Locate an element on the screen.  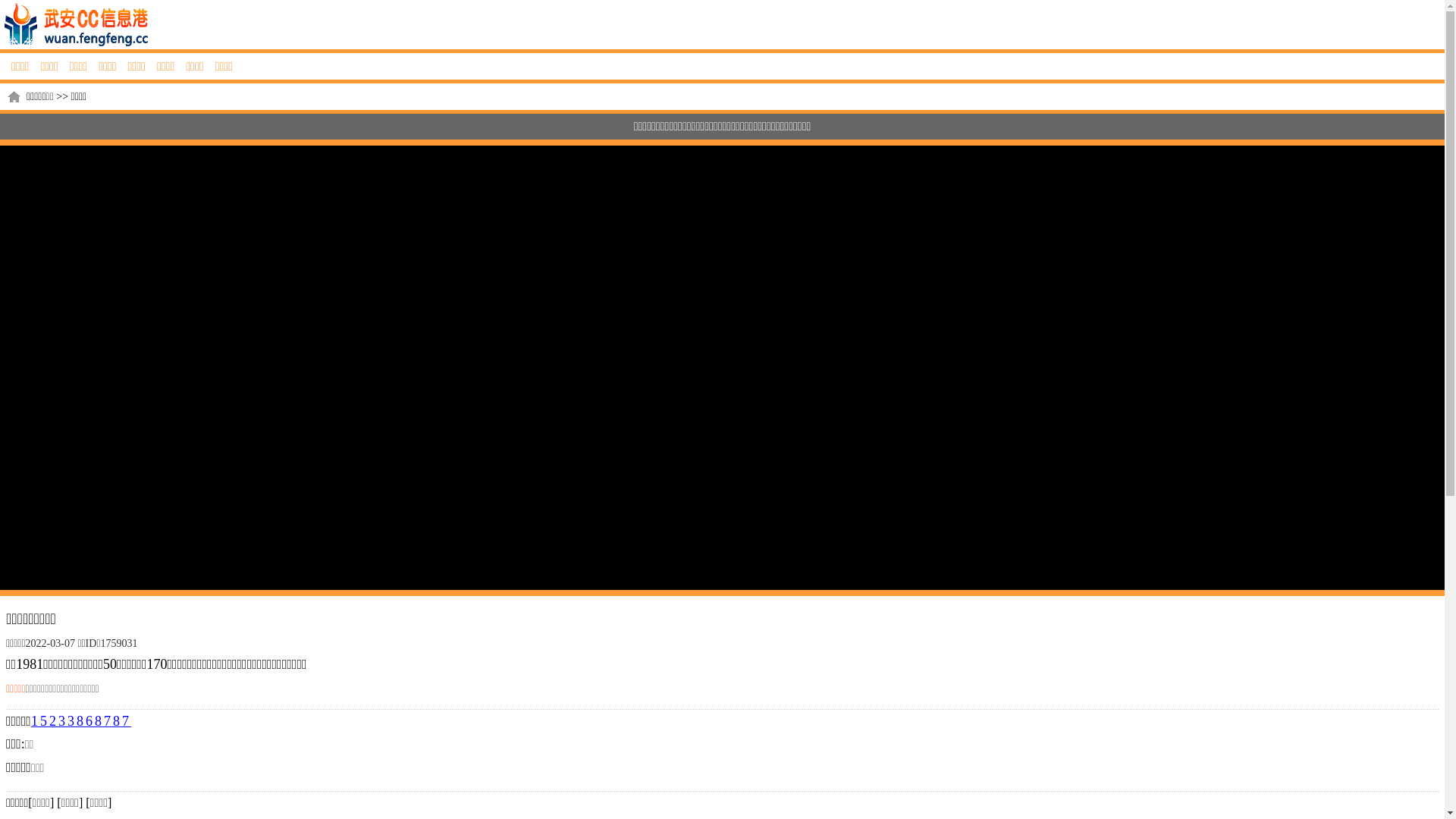
'15233868787' is located at coordinates (80, 720).